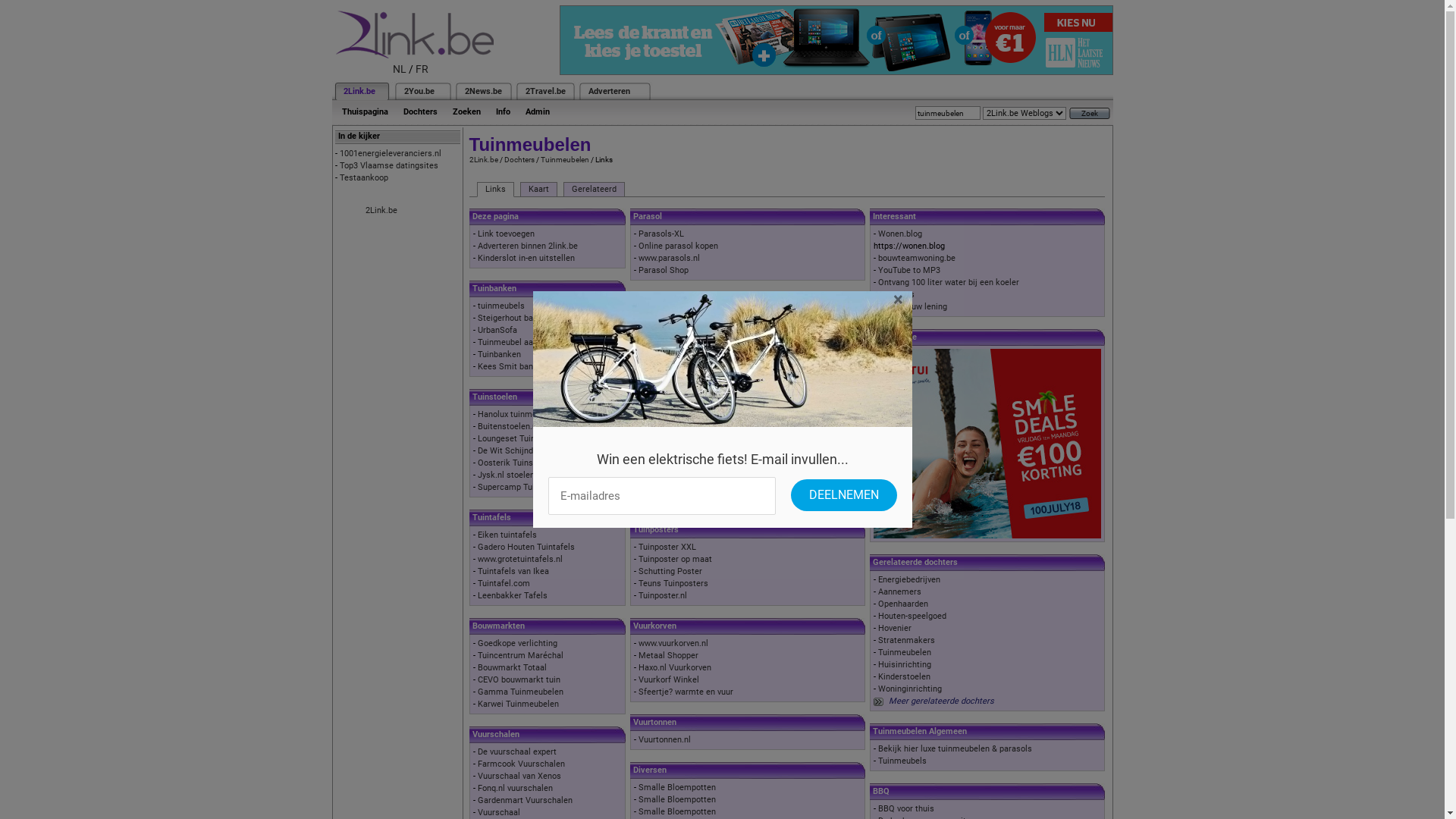 This screenshot has width=1456, height=819. Describe the element at coordinates (537, 111) in the screenshot. I see `'Admin'` at that location.